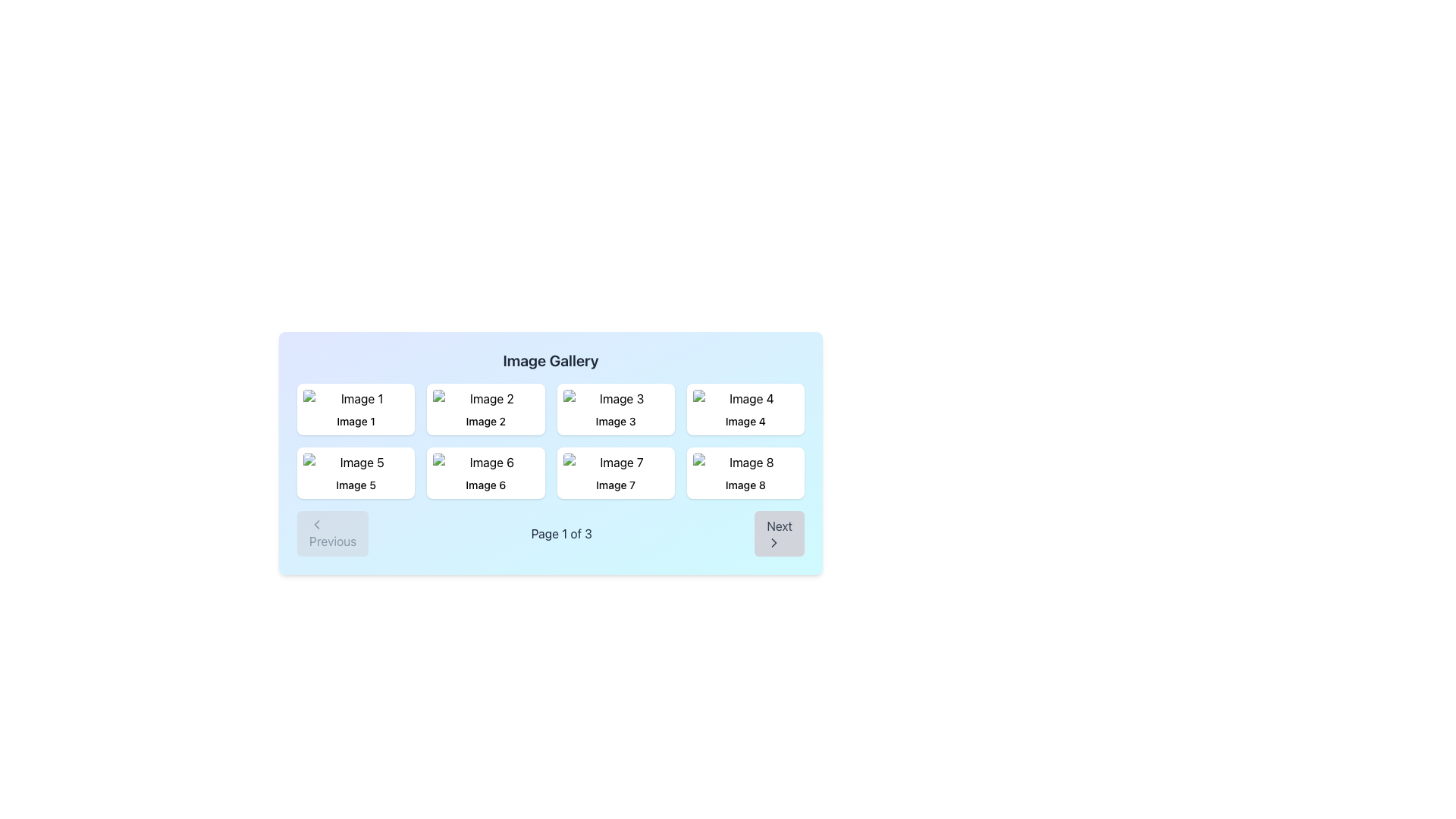 Image resolution: width=1456 pixels, height=819 pixels. Describe the element at coordinates (355, 485) in the screenshot. I see `the Text Label located in the second row, first column of the Image Gallery, which provides context for the associated image thumbnail` at that location.